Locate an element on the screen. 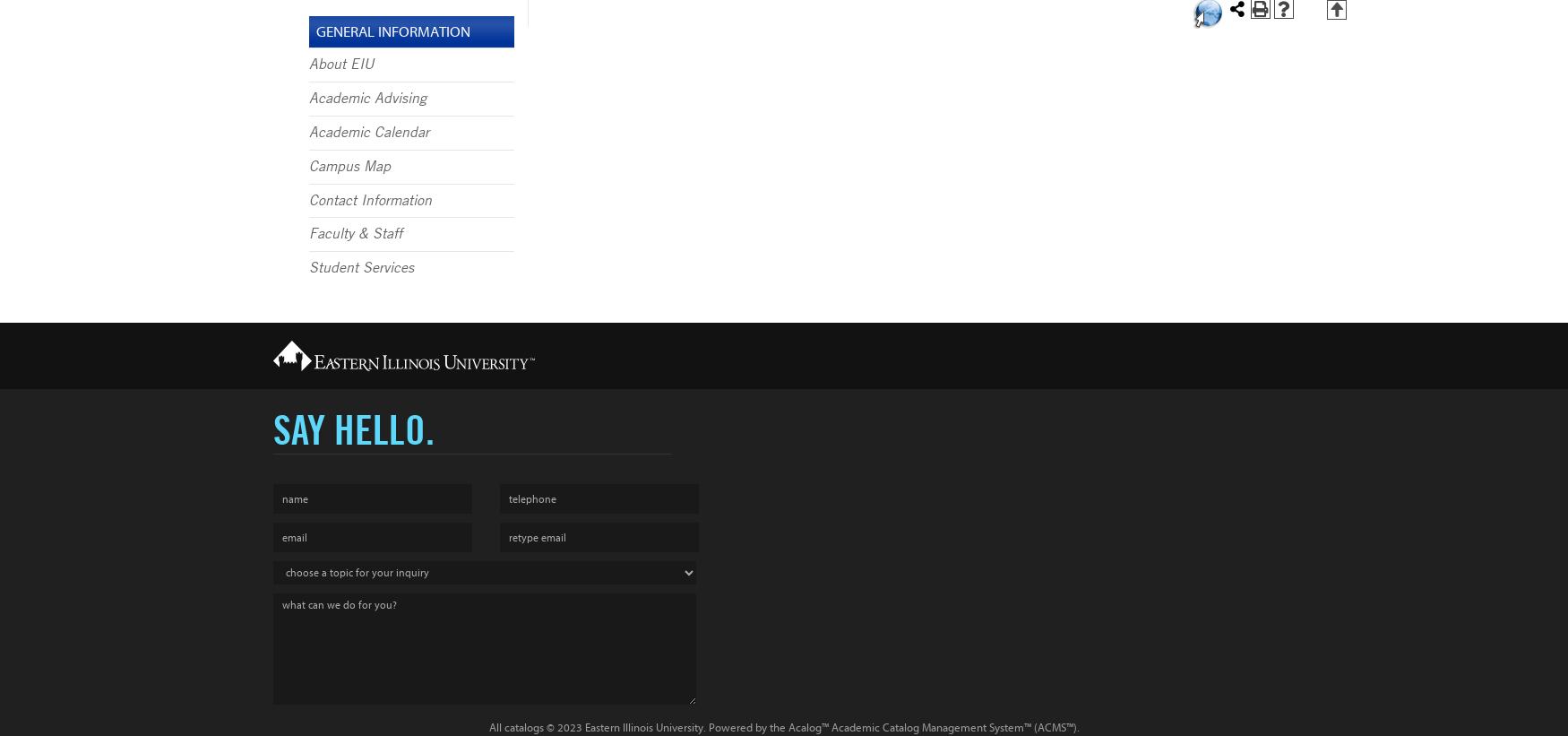 This screenshot has width=1568, height=736. '© 2023 Eastern Illinois University.' is located at coordinates (624, 727).